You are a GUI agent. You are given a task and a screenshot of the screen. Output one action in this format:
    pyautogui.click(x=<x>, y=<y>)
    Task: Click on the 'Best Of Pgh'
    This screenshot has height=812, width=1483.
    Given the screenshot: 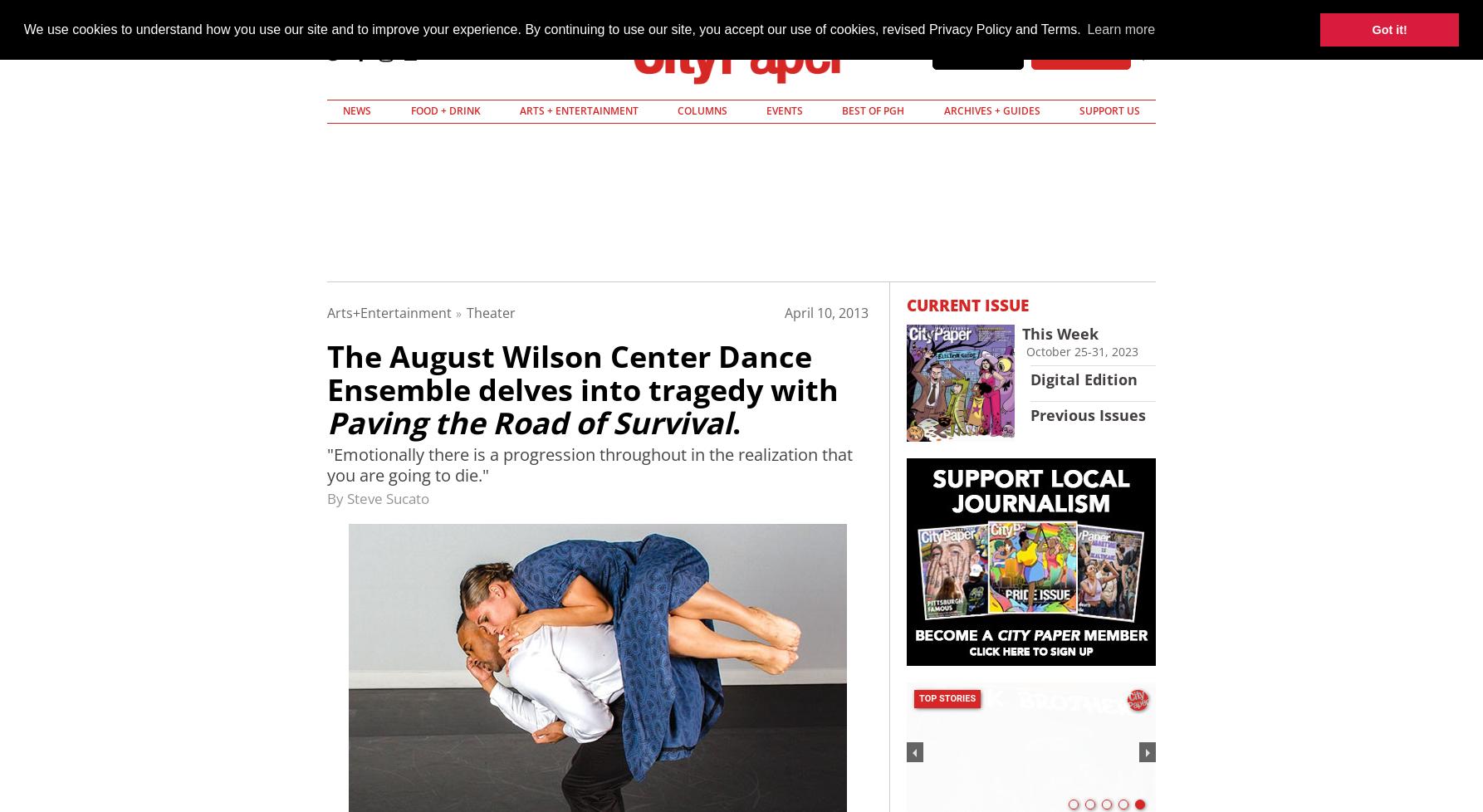 What is the action you would take?
    pyautogui.click(x=872, y=110)
    